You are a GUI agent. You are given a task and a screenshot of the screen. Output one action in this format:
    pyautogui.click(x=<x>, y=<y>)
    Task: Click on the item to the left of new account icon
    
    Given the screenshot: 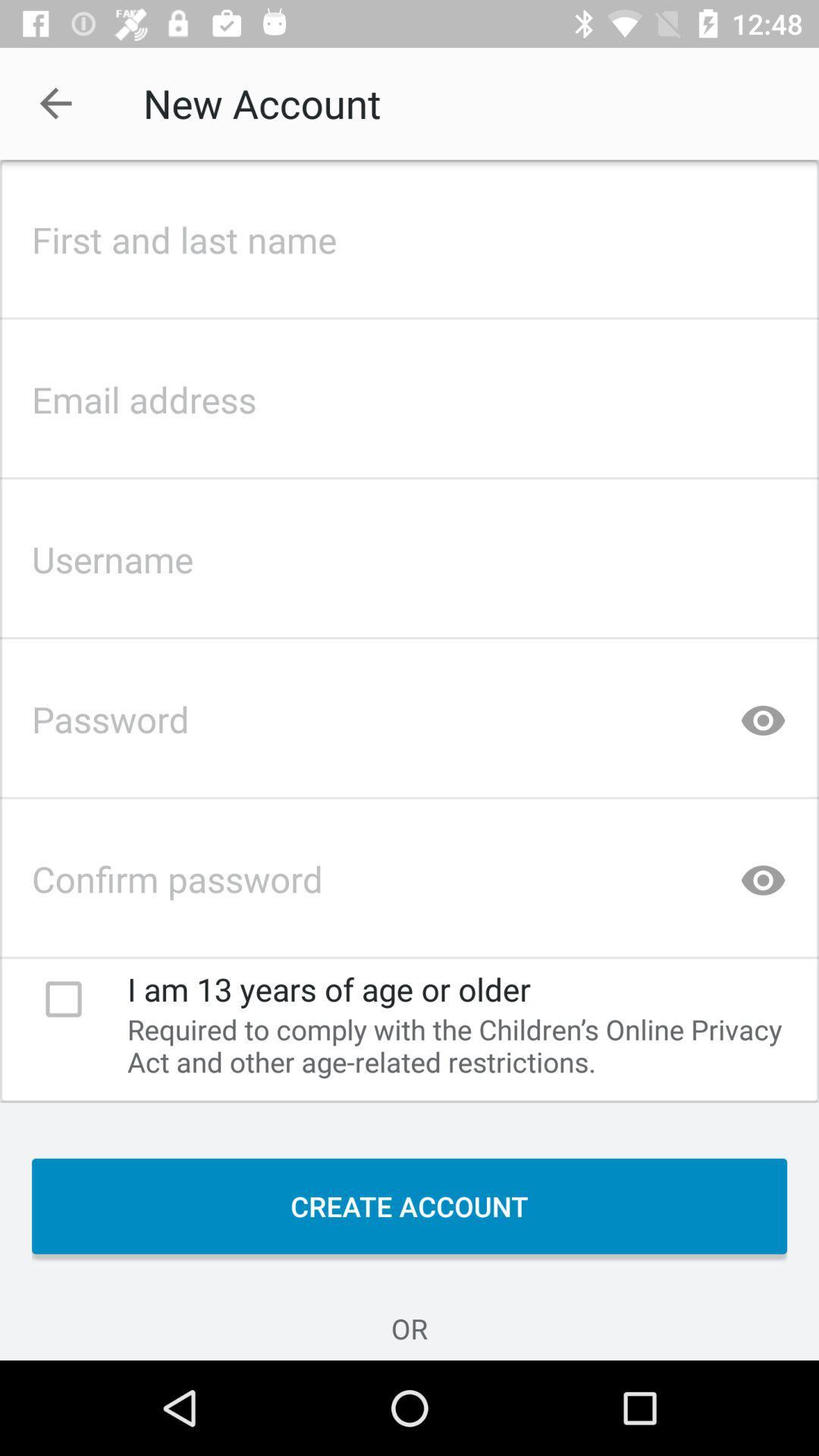 What is the action you would take?
    pyautogui.click(x=55, y=102)
    